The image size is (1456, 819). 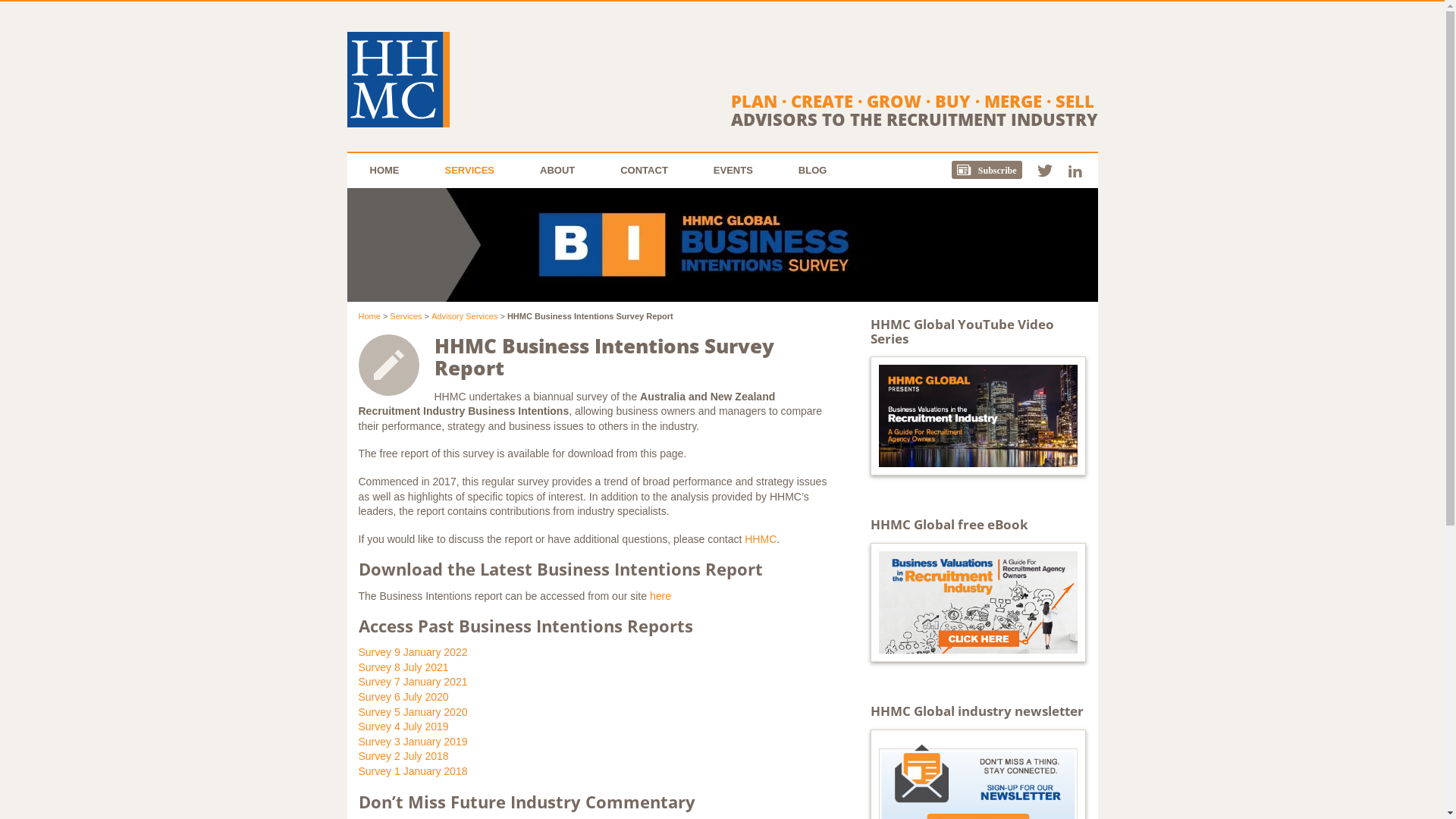 I want to click on 'Survey 2 July 2018', so click(x=403, y=755).